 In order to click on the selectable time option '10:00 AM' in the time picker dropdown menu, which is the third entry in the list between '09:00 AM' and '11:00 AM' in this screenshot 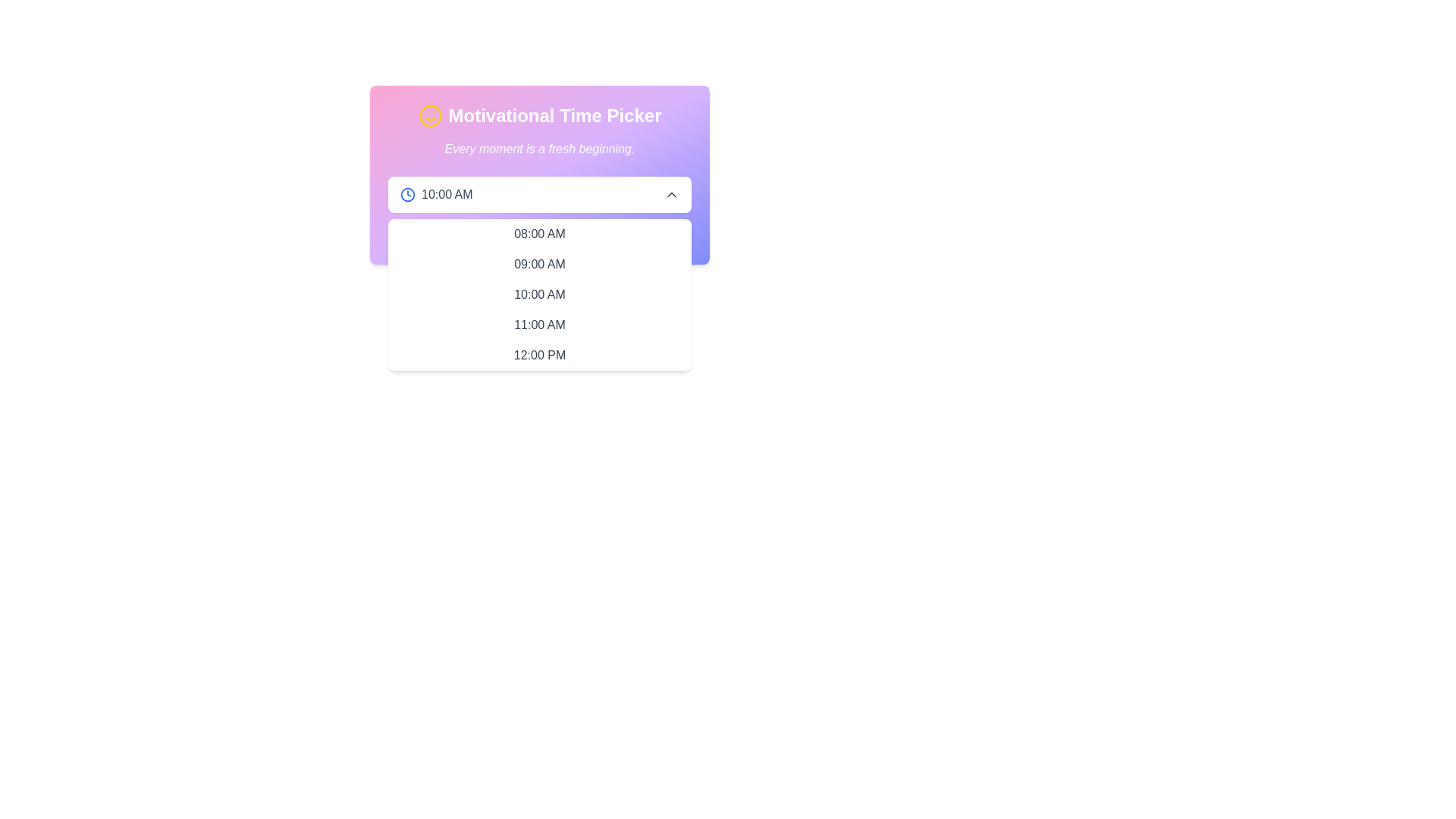, I will do `click(539, 295)`.